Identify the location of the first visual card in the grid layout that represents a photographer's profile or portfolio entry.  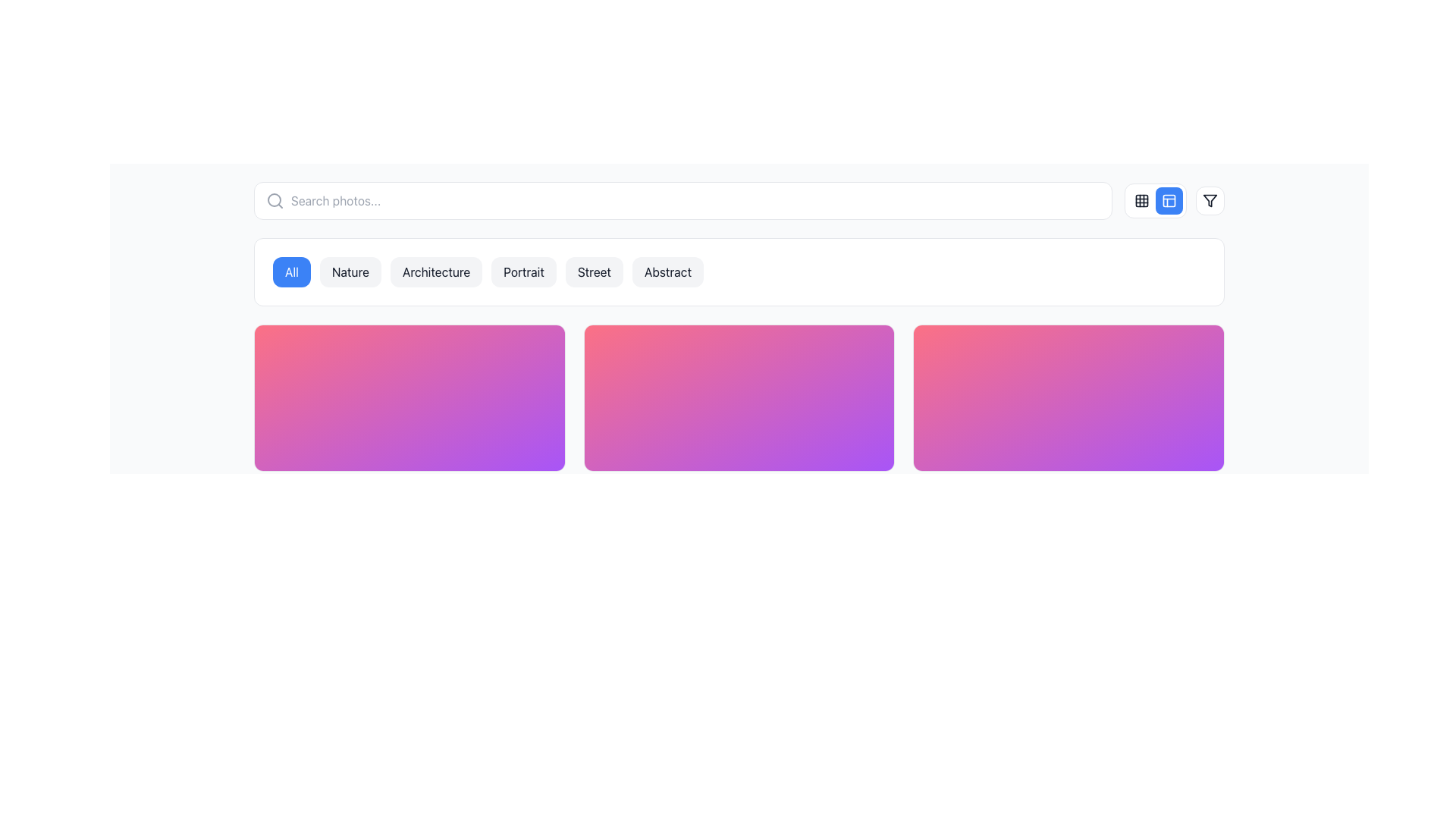
(409, 397).